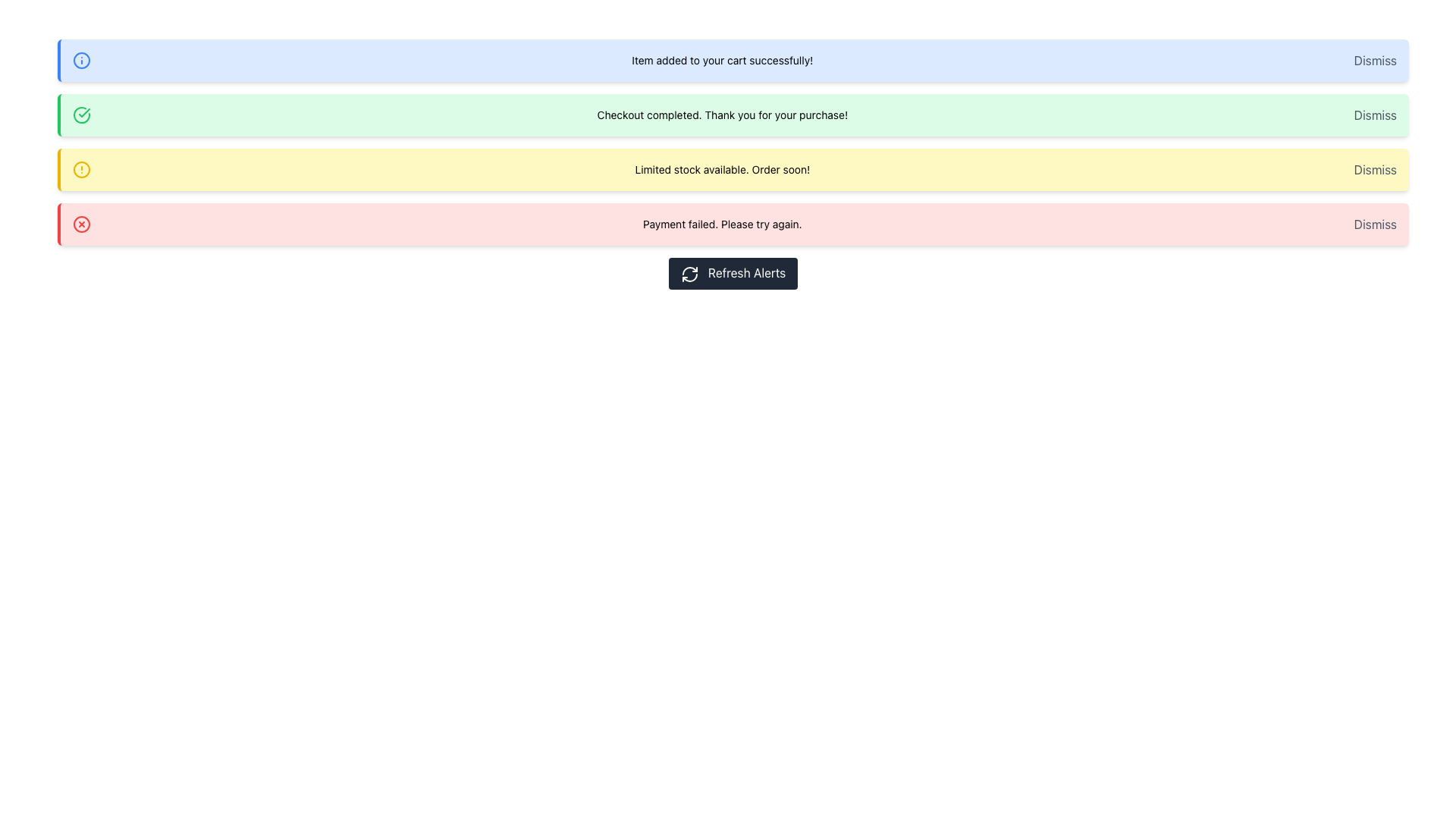 The image size is (1456, 819). Describe the element at coordinates (81, 169) in the screenshot. I see `the circular icon located within the yellow notification banner, which corresponds to a warning or information message, positioned in the third notification from the top on the left side` at that location.